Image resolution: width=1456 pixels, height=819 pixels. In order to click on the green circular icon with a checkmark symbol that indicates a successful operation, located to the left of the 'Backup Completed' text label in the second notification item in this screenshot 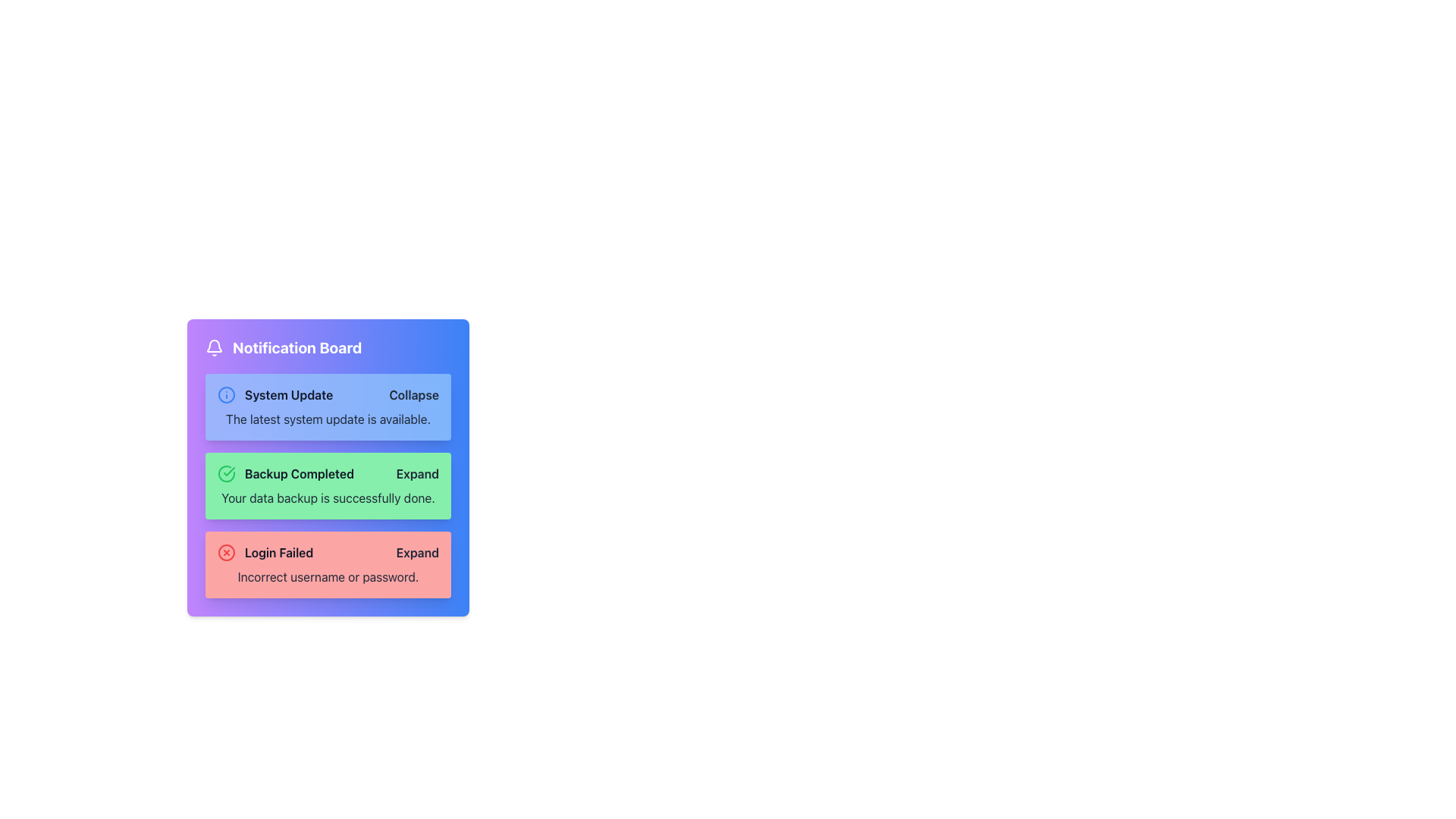, I will do `click(225, 472)`.